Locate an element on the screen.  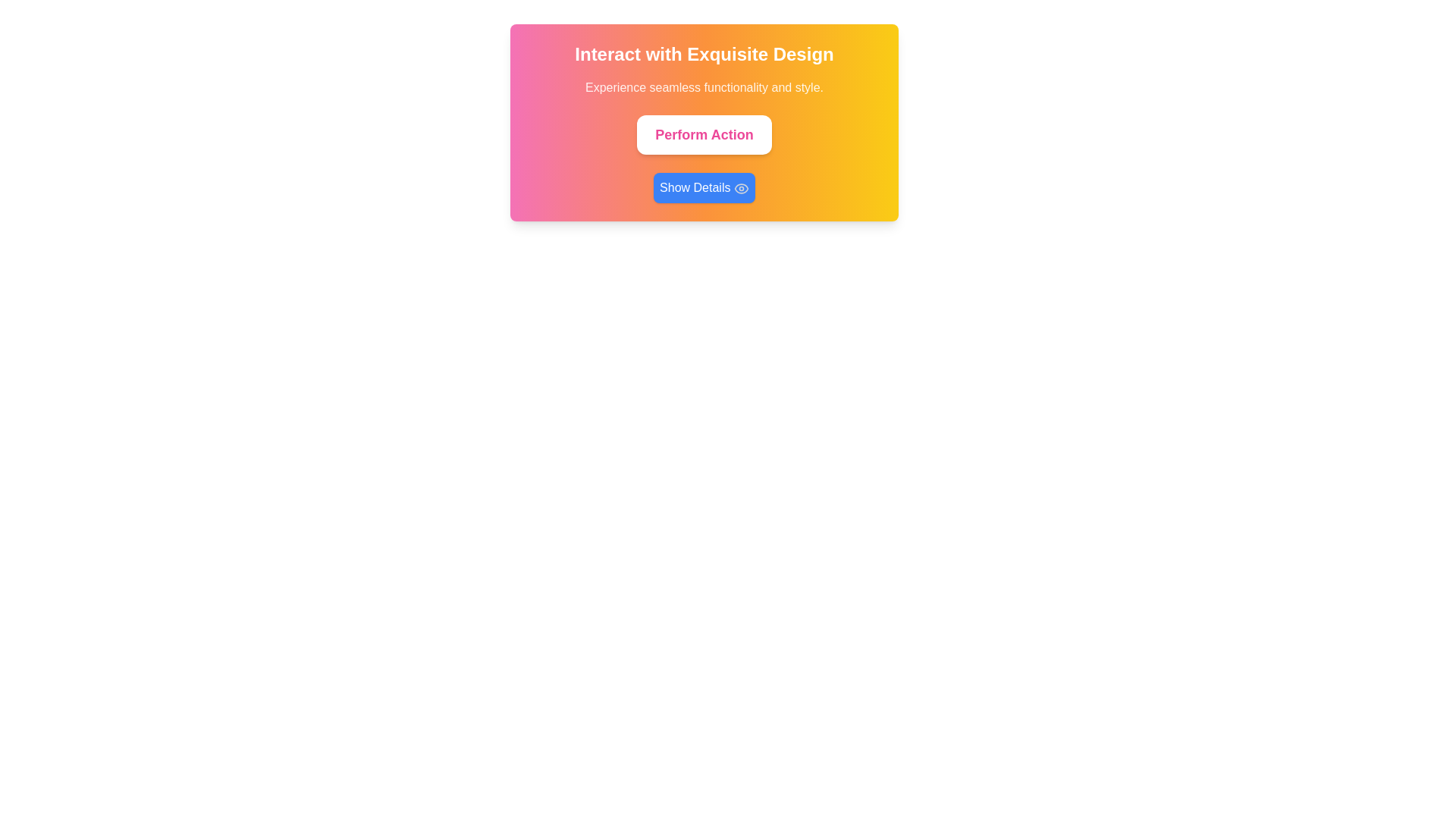
the eye-shaped icon with a circular outline located at the top-right corner of the blue 'Show Details' button is located at coordinates (741, 187).